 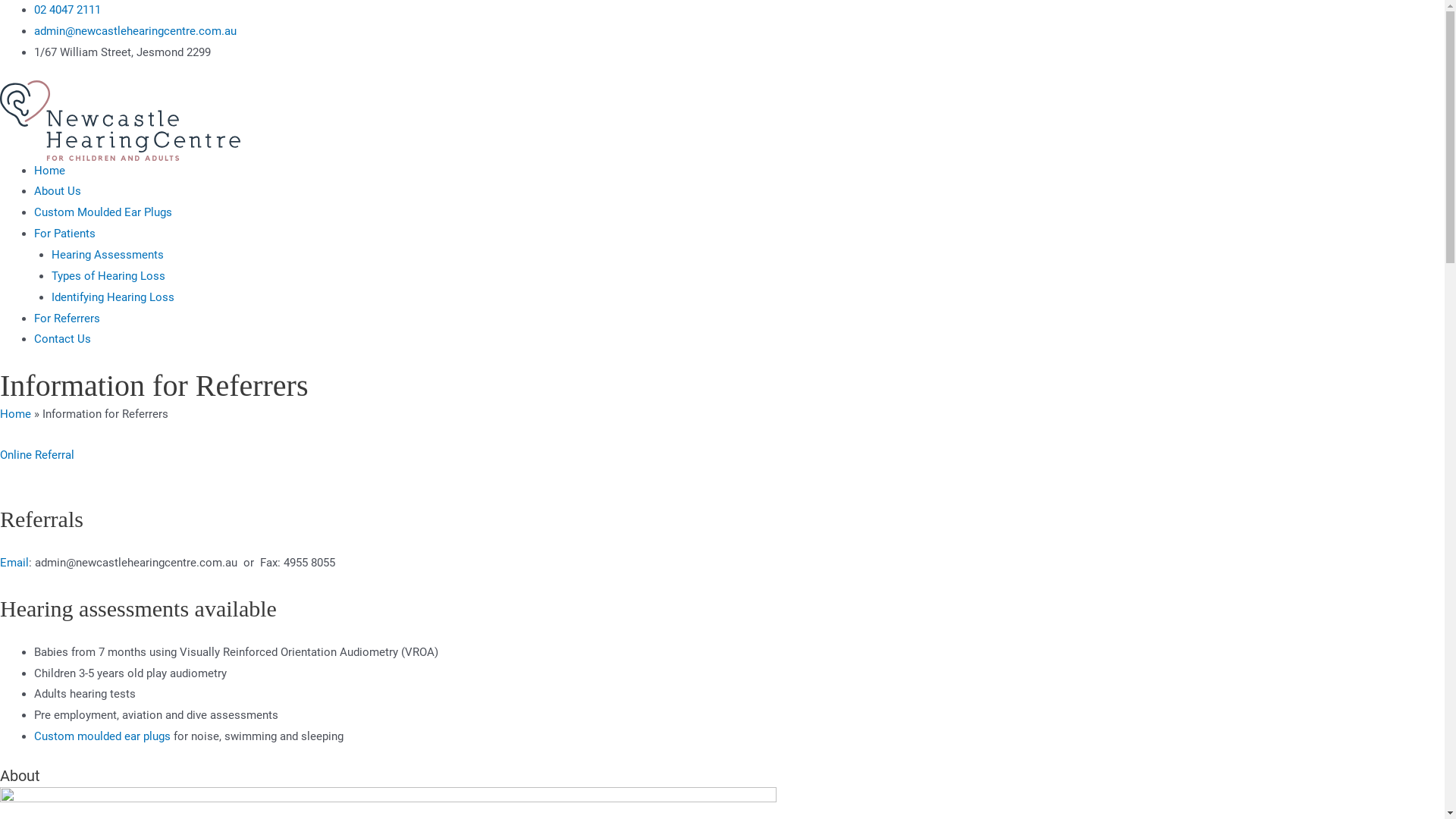 I want to click on 'Home', so click(x=15, y=414).